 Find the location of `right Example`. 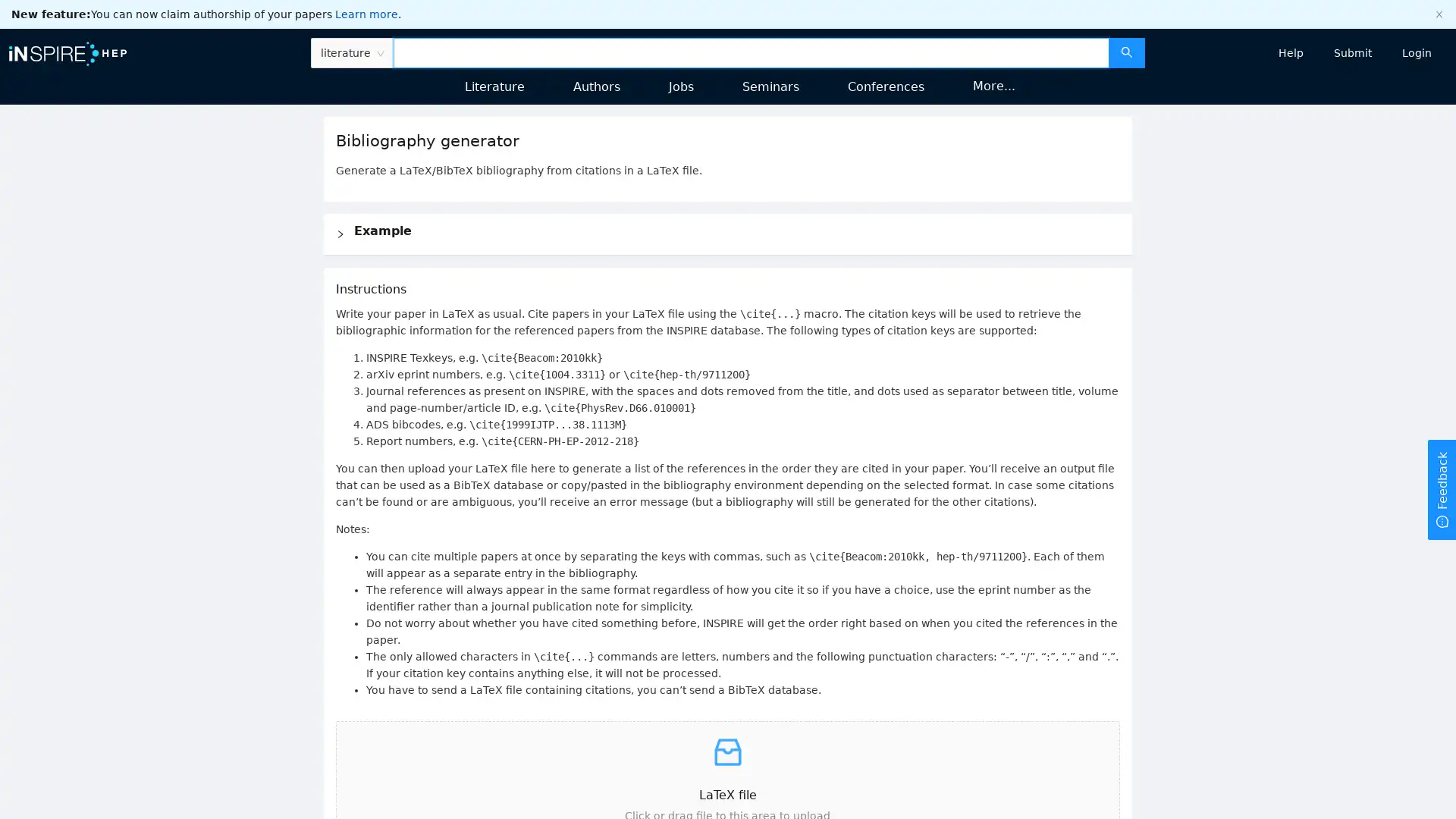

right Example is located at coordinates (726, 234).